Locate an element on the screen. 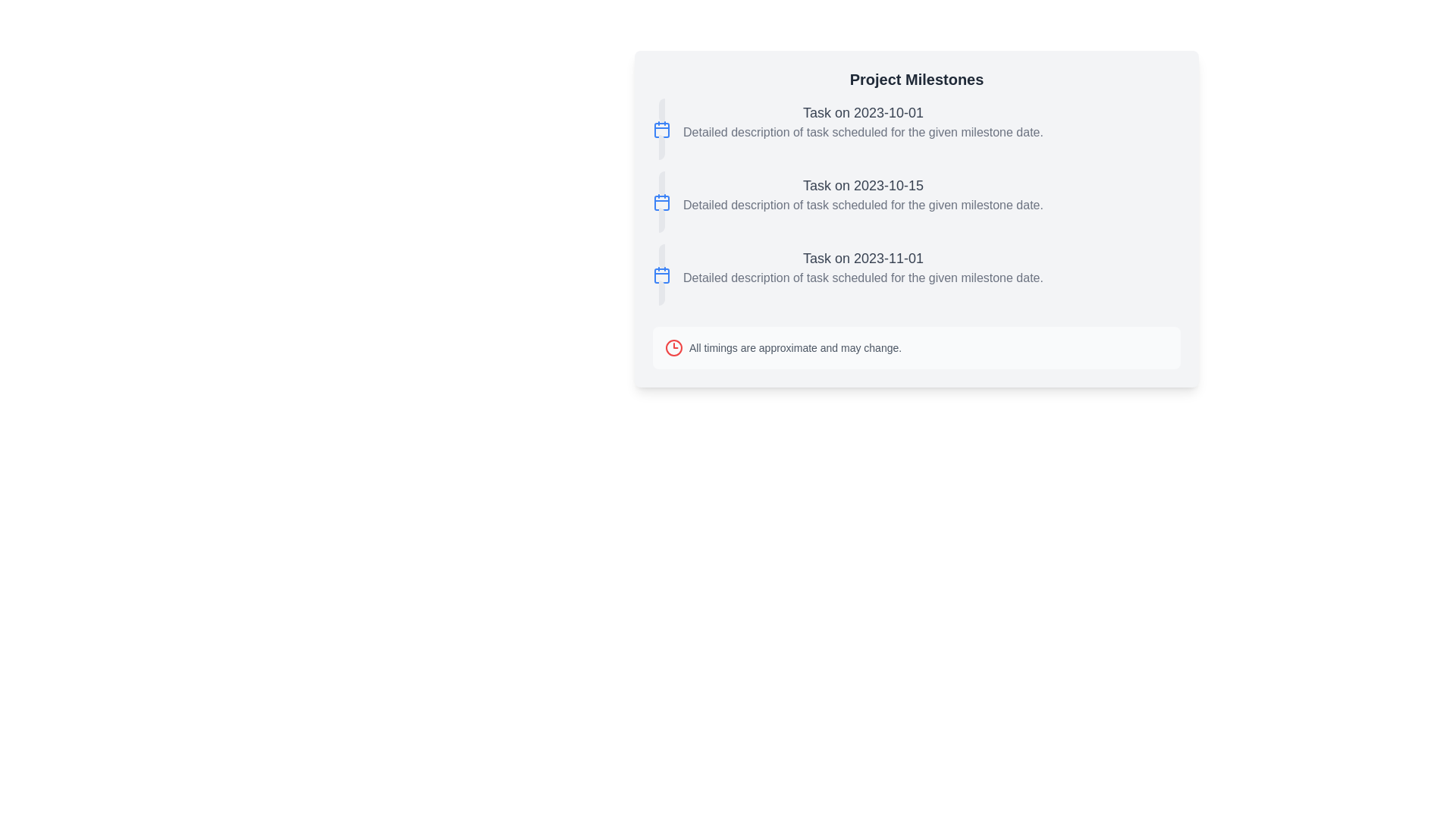 This screenshot has width=1456, height=819. the warning icon located to the left of the text 'All timings are approximate and may change.' is located at coordinates (673, 348).